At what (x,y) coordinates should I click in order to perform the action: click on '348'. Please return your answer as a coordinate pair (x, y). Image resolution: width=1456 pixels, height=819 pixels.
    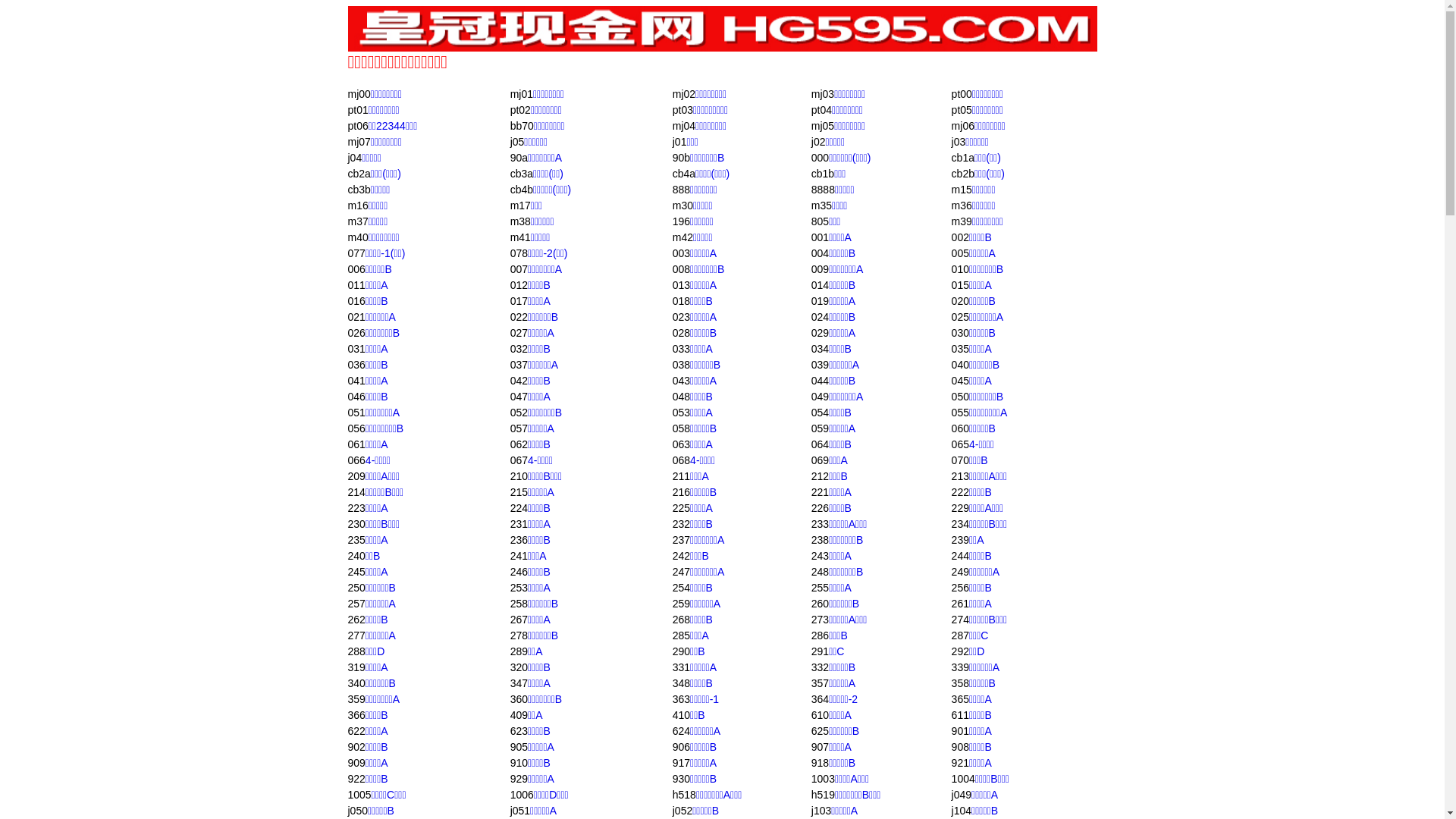
    Looking at the image, I should click on (680, 683).